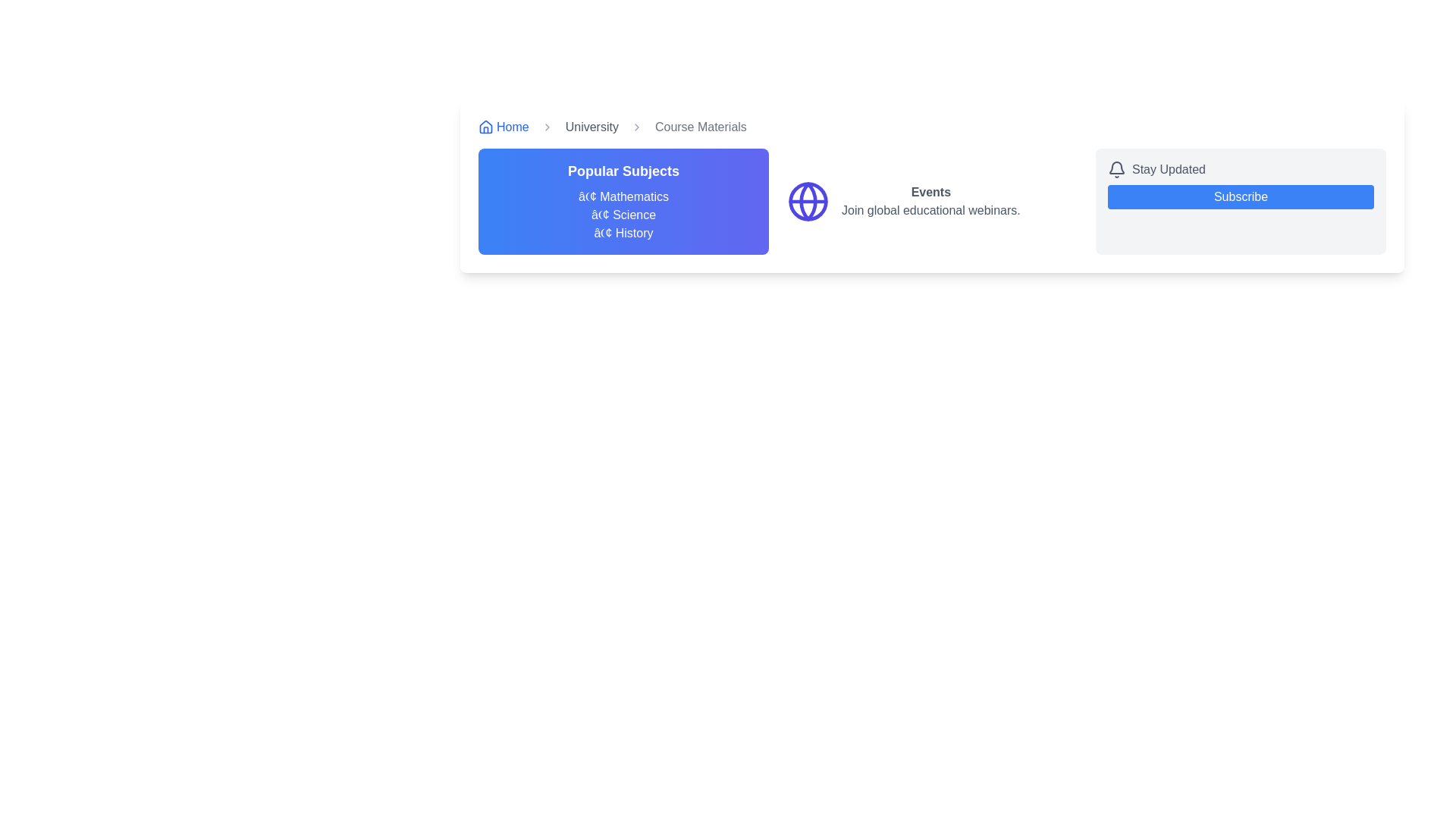 This screenshot has width=1456, height=819. Describe the element at coordinates (1168, 169) in the screenshot. I see `the text label 'Stay Updated' which is styled in dark gray on a white background, positioned to the right of a bell icon and above a blue 'Subscribe' button` at that location.